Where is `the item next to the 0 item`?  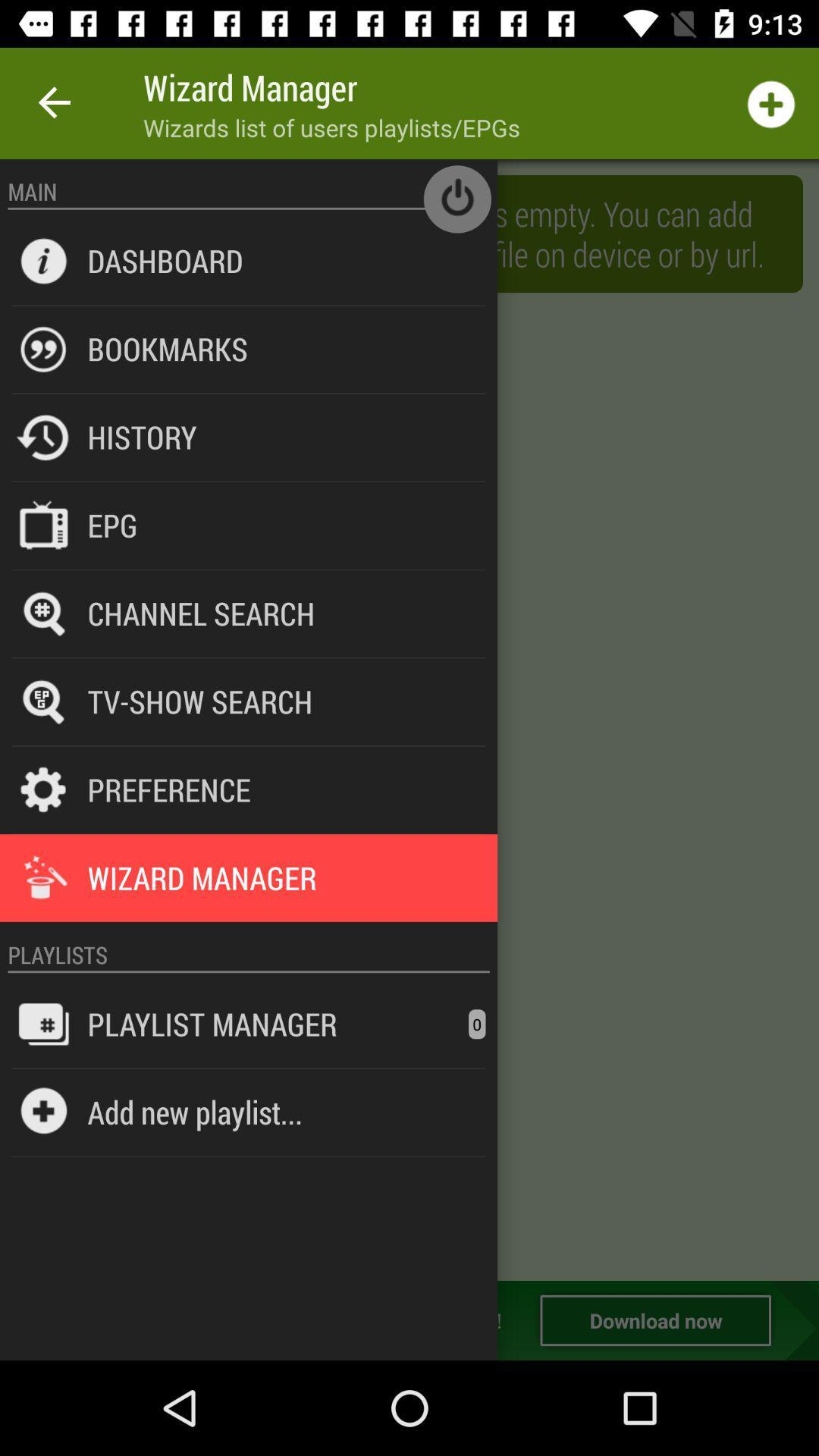 the item next to the 0 item is located at coordinates (212, 1024).